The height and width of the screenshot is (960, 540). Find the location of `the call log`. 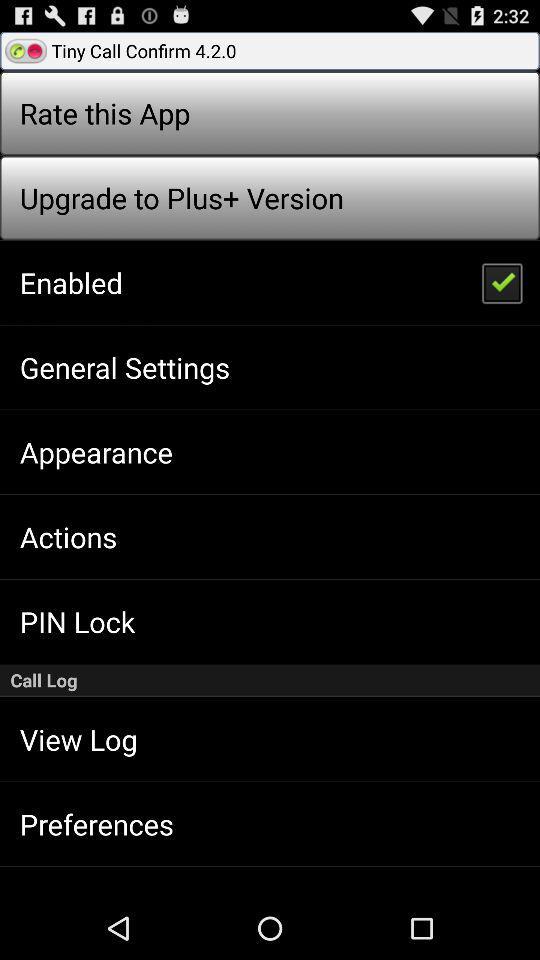

the call log is located at coordinates (270, 680).